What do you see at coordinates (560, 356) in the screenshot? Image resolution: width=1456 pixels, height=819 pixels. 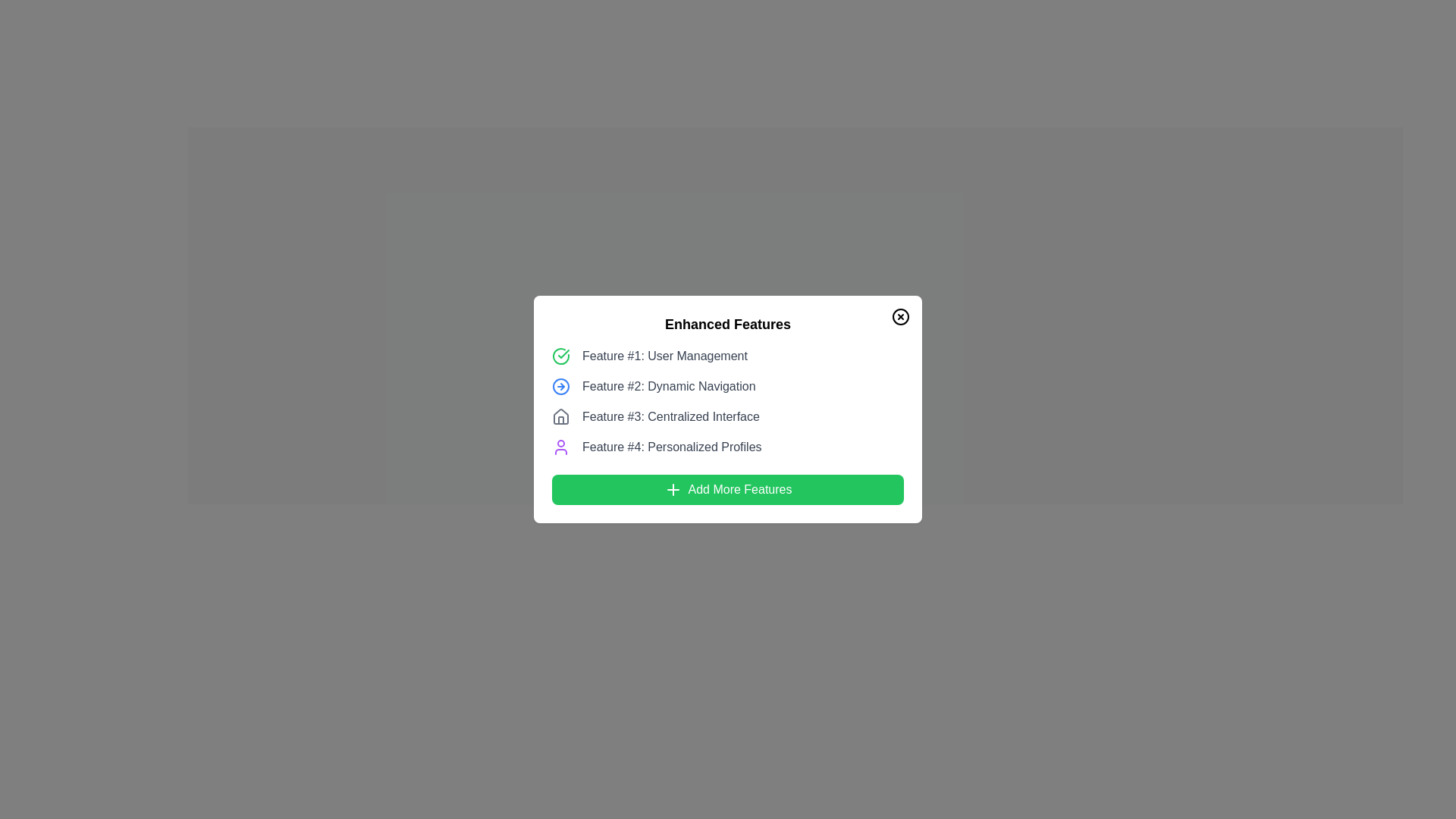 I see `the icon or status indicator located to the left of the text 'Feature #1: User Management' in the 'Enhanced Features' modal dialog` at bounding box center [560, 356].